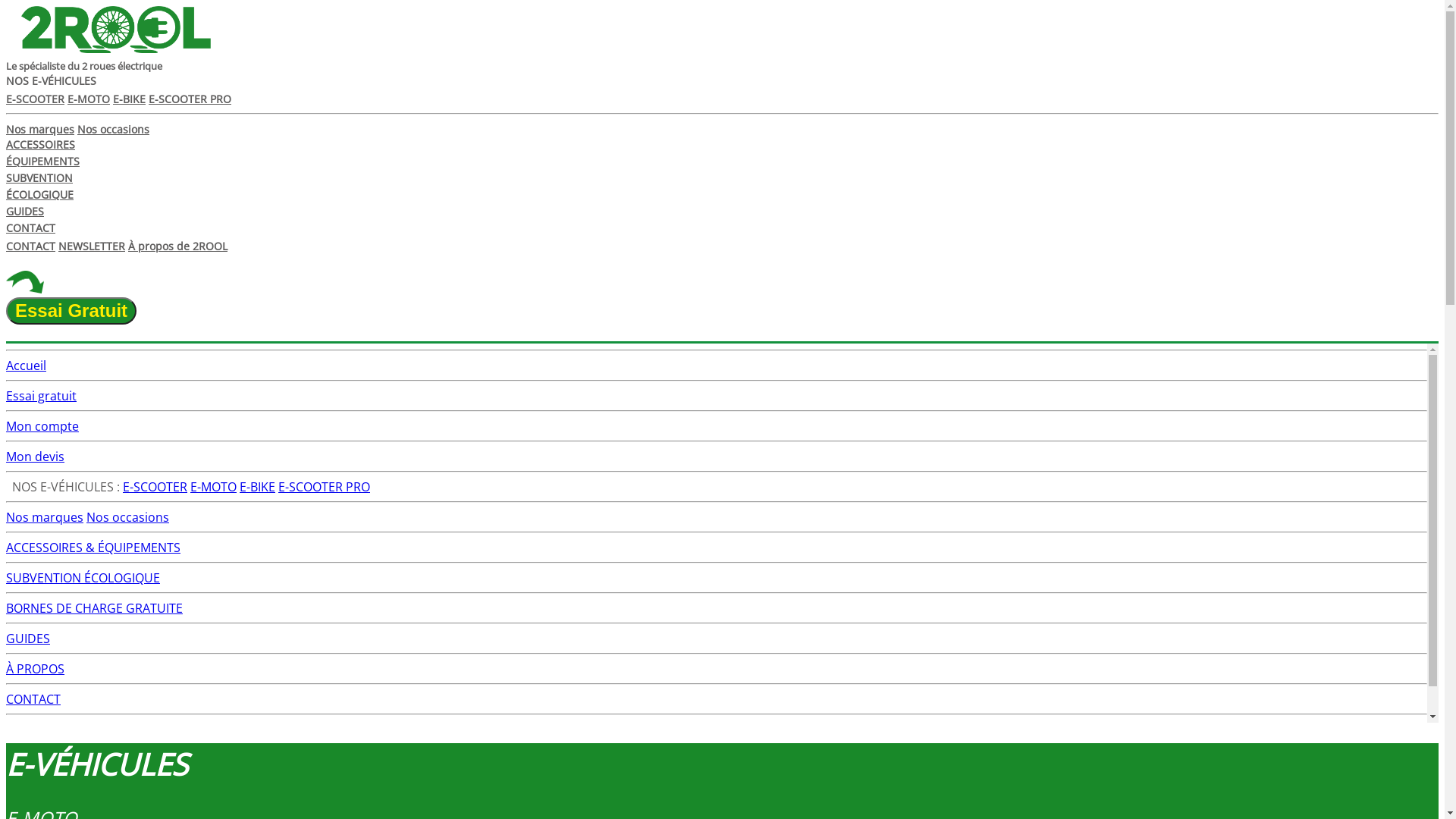 Image resolution: width=1456 pixels, height=819 pixels. I want to click on 'E-SCOOTER', so click(155, 486).